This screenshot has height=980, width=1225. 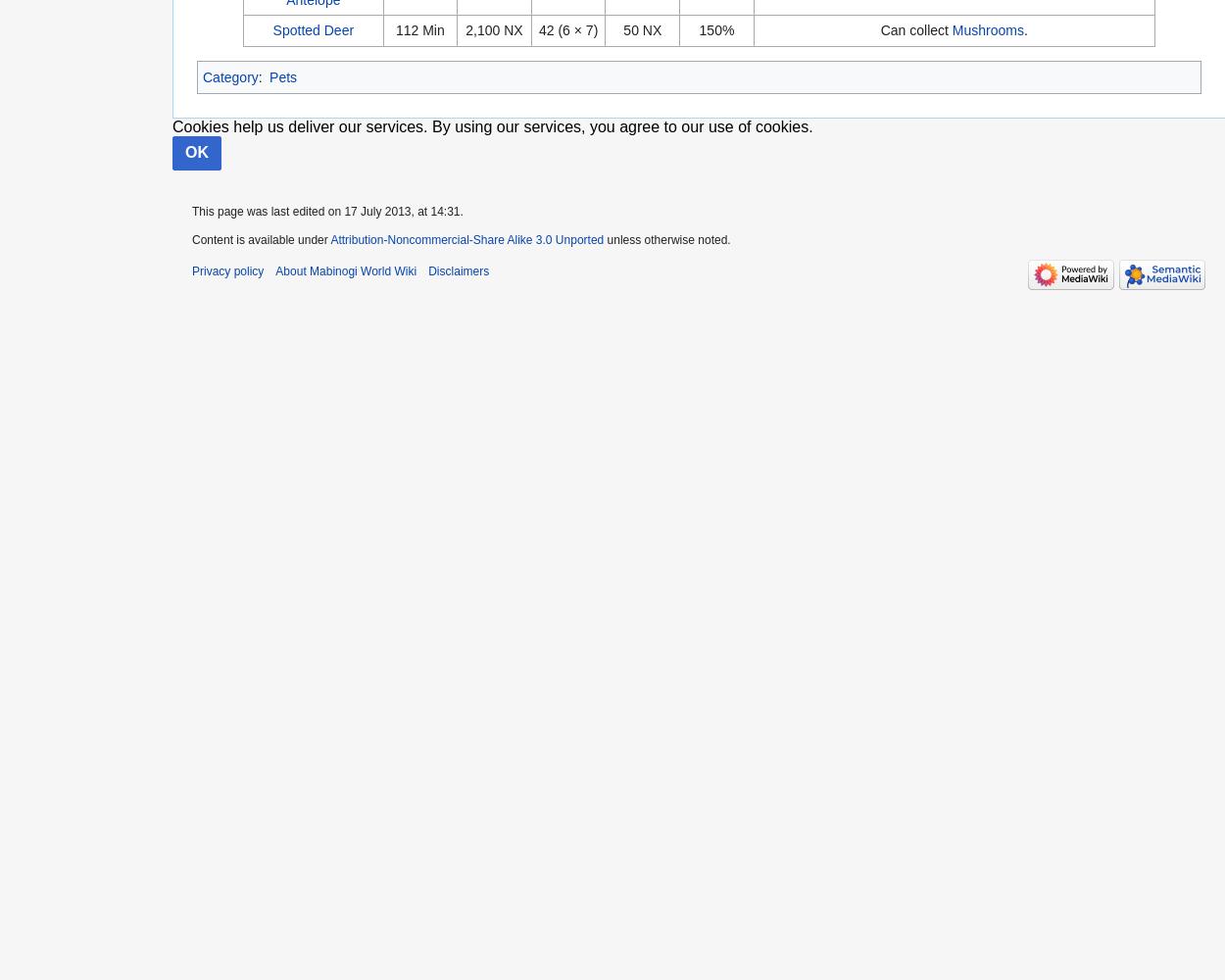 What do you see at coordinates (623, 30) in the screenshot?
I see `'50 NX'` at bounding box center [623, 30].